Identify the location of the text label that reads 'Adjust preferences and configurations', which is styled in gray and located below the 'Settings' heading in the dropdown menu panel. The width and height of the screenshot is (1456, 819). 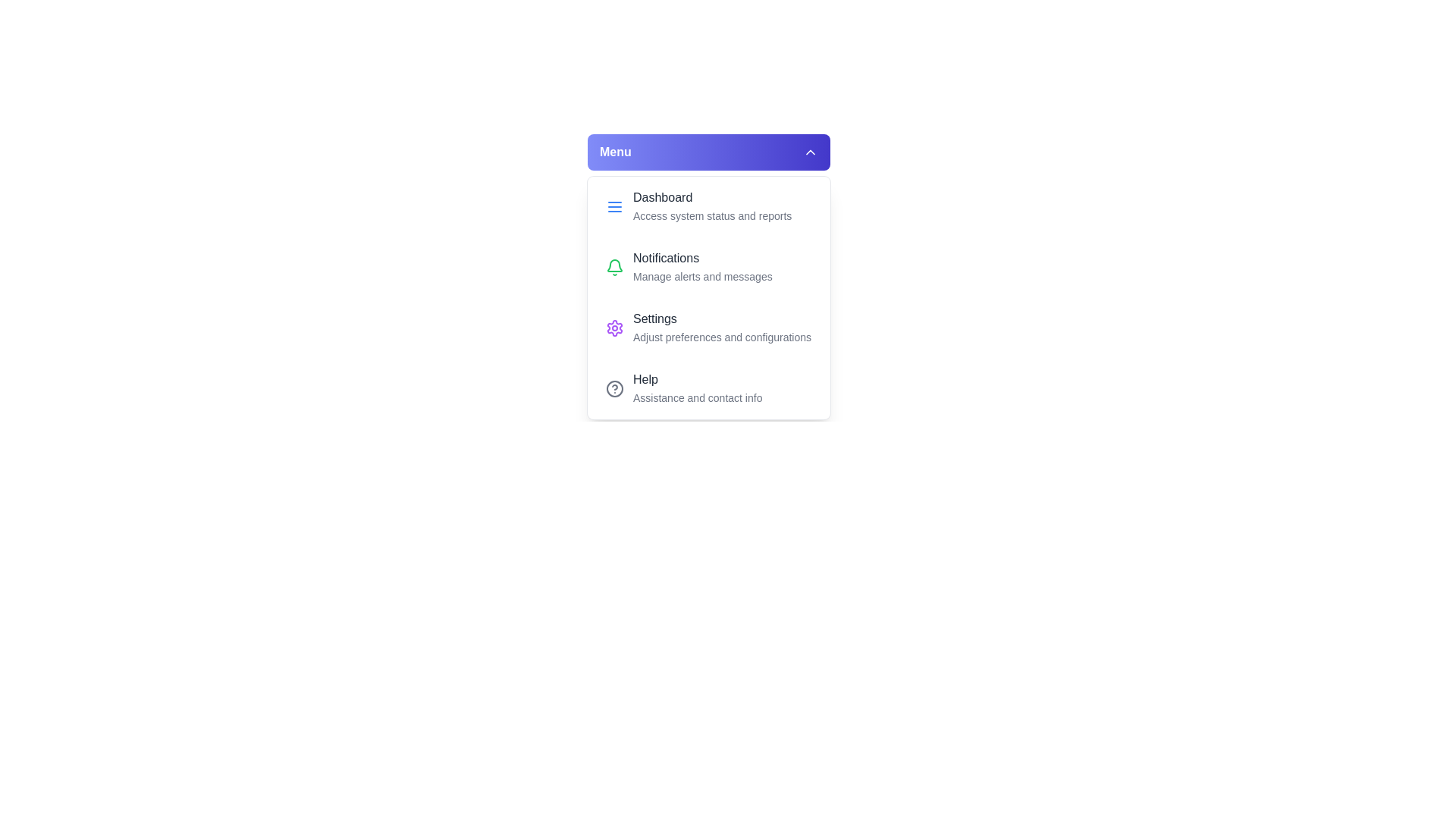
(721, 336).